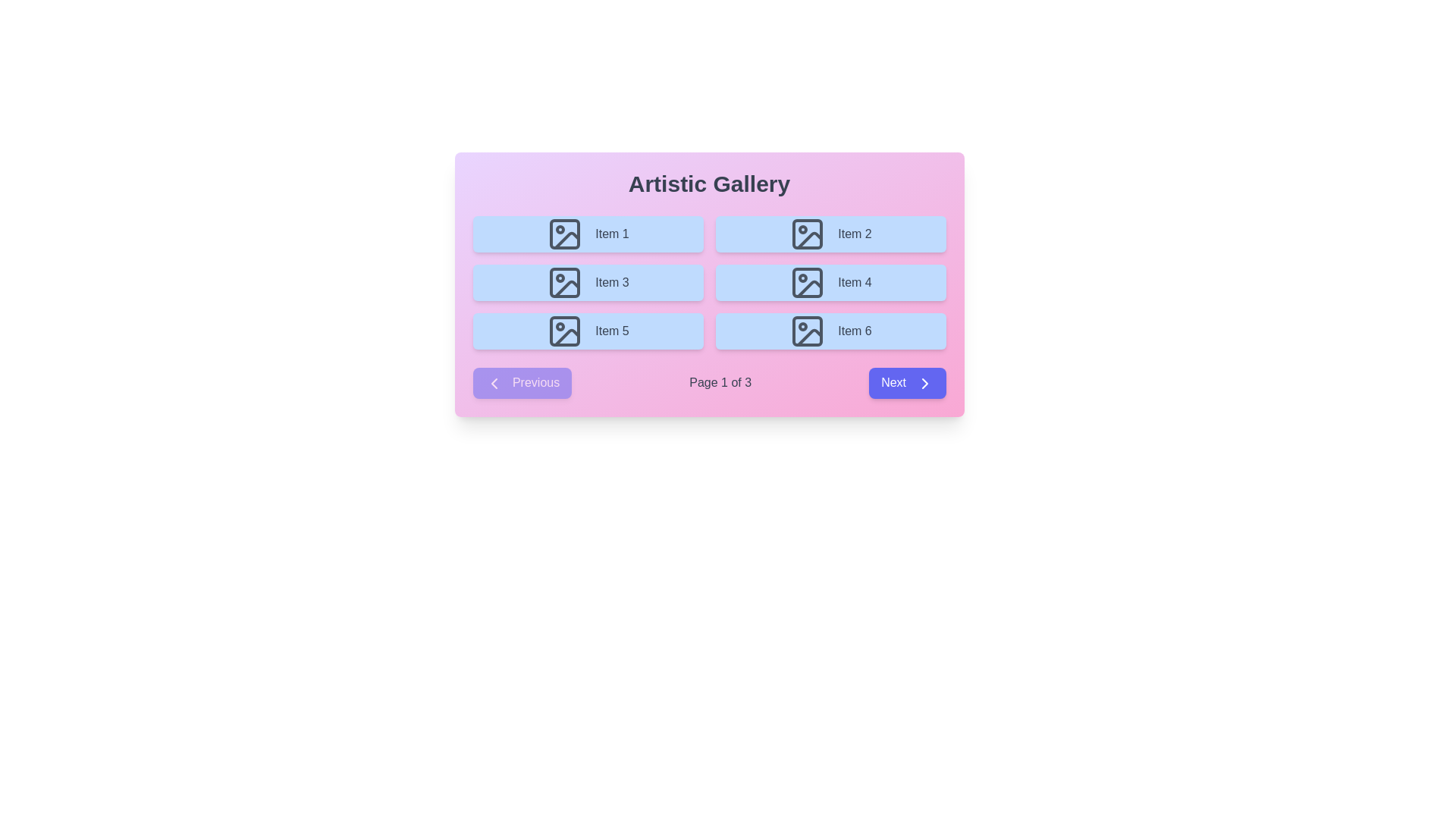 The width and height of the screenshot is (1456, 819). I want to click on the selectable item labeled 'Item 1' in the top-left corner of the grid, so click(587, 234).